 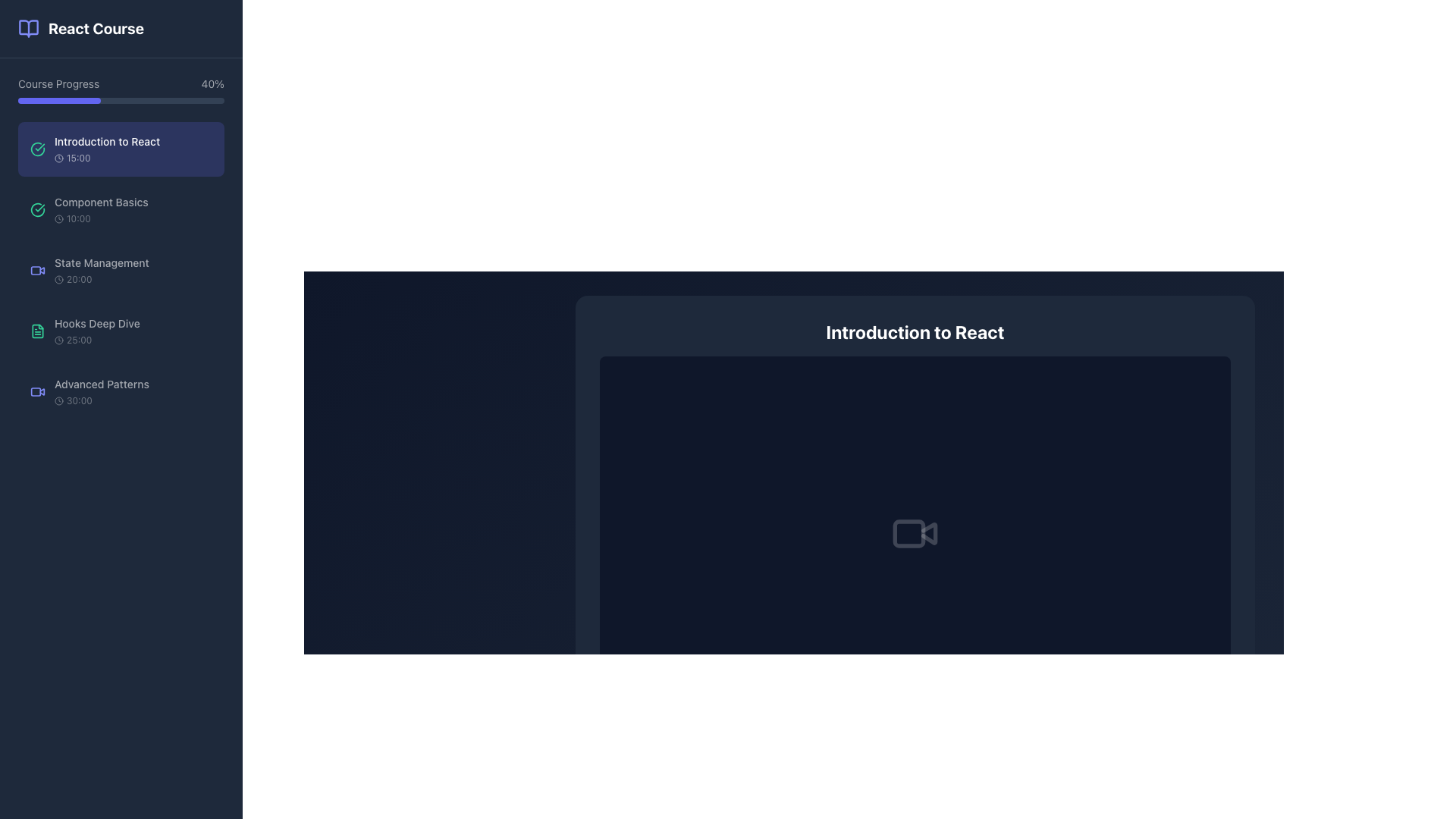 What do you see at coordinates (37, 149) in the screenshot?
I see `circular green icon with a check mark, located beside the text 'Introduction to React' in the left navigation panel for additional details` at bounding box center [37, 149].